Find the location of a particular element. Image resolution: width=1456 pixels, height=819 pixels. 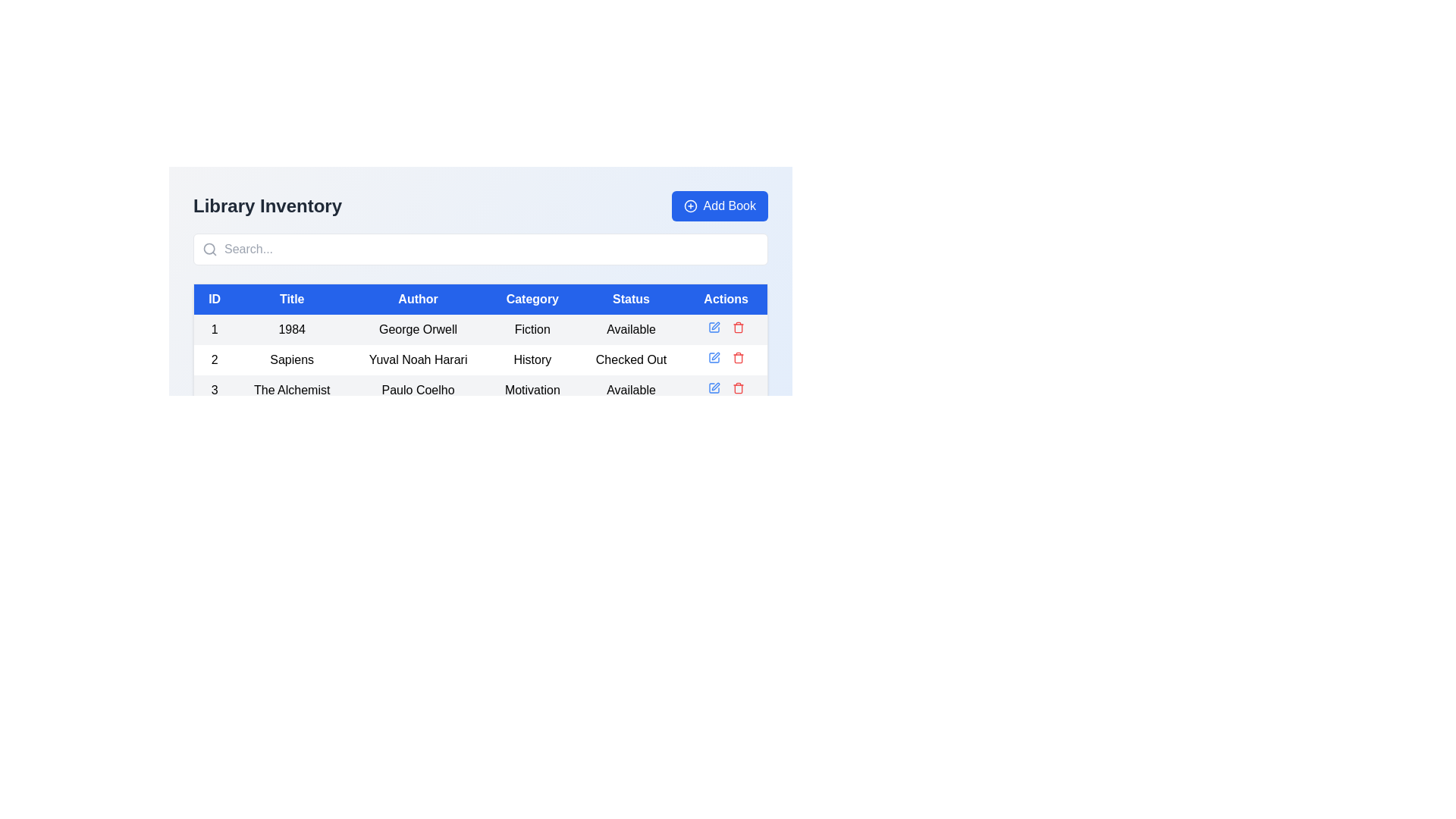

the circular graphical element located at the center of the 'Add Book' button, which has a thick outline is located at coordinates (689, 206).